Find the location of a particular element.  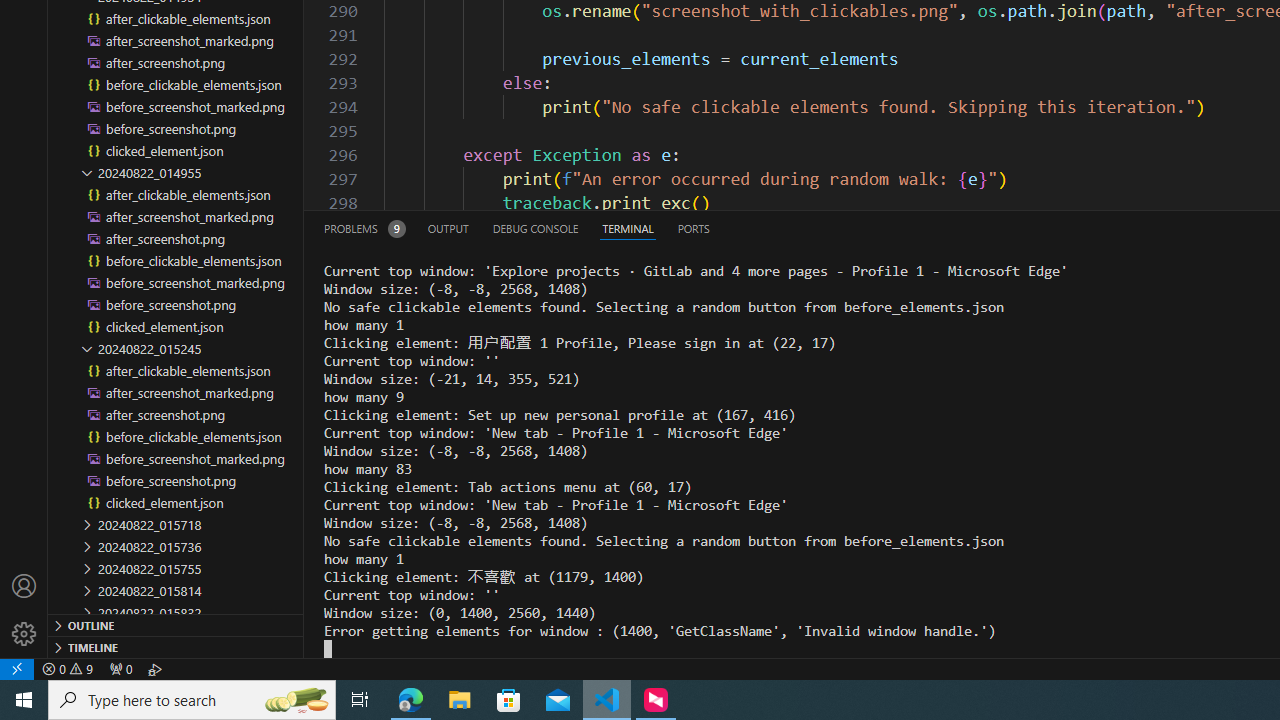

'No Ports Forwarded' is located at coordinates (119, 668).